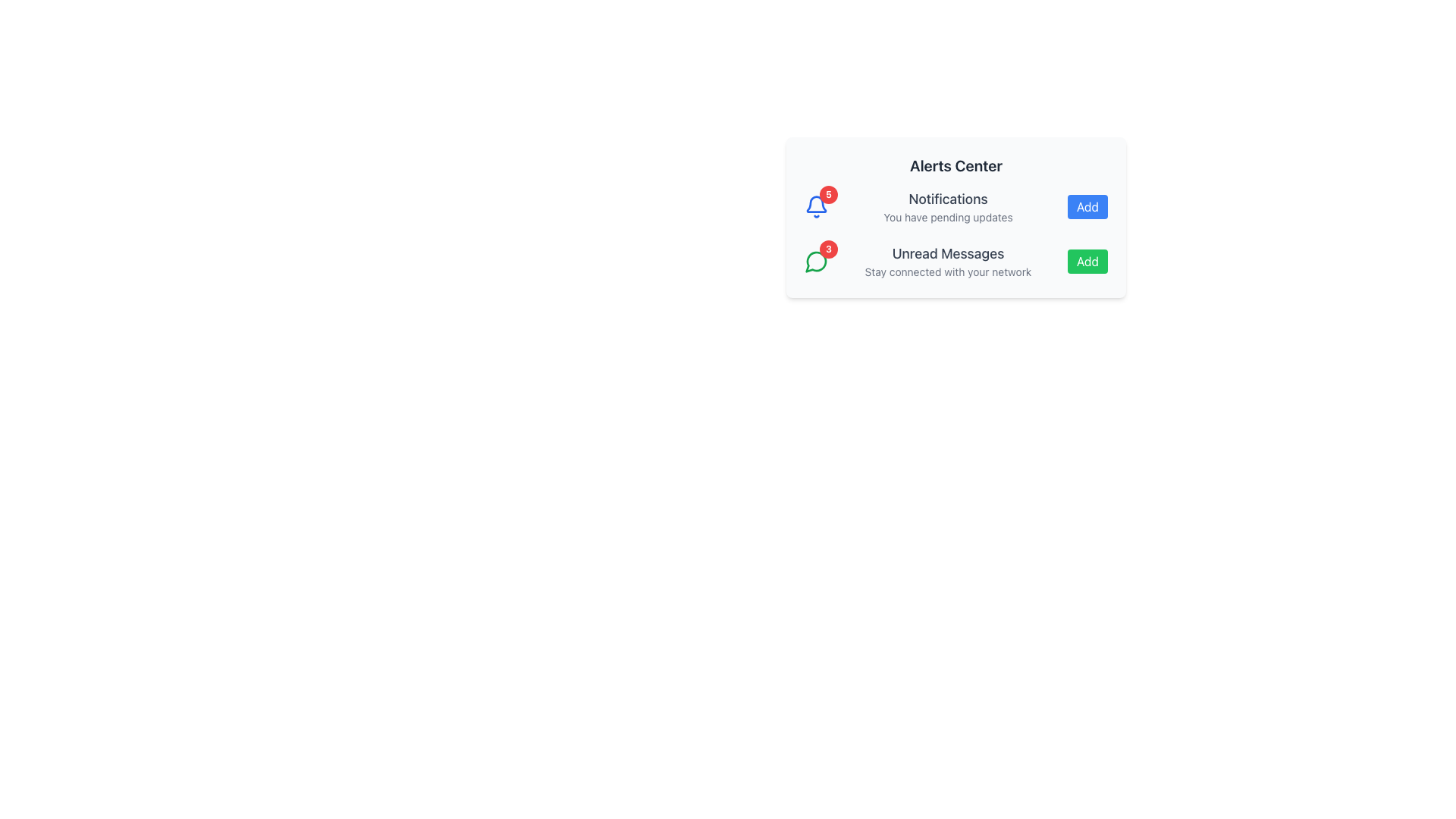 The width and height of the screenshot is (1456, 819). I want to click on the 'Add' button located in the 'Notifications' section of the 'Alerts Center' to experience its hover effect, so click(1087, 207).